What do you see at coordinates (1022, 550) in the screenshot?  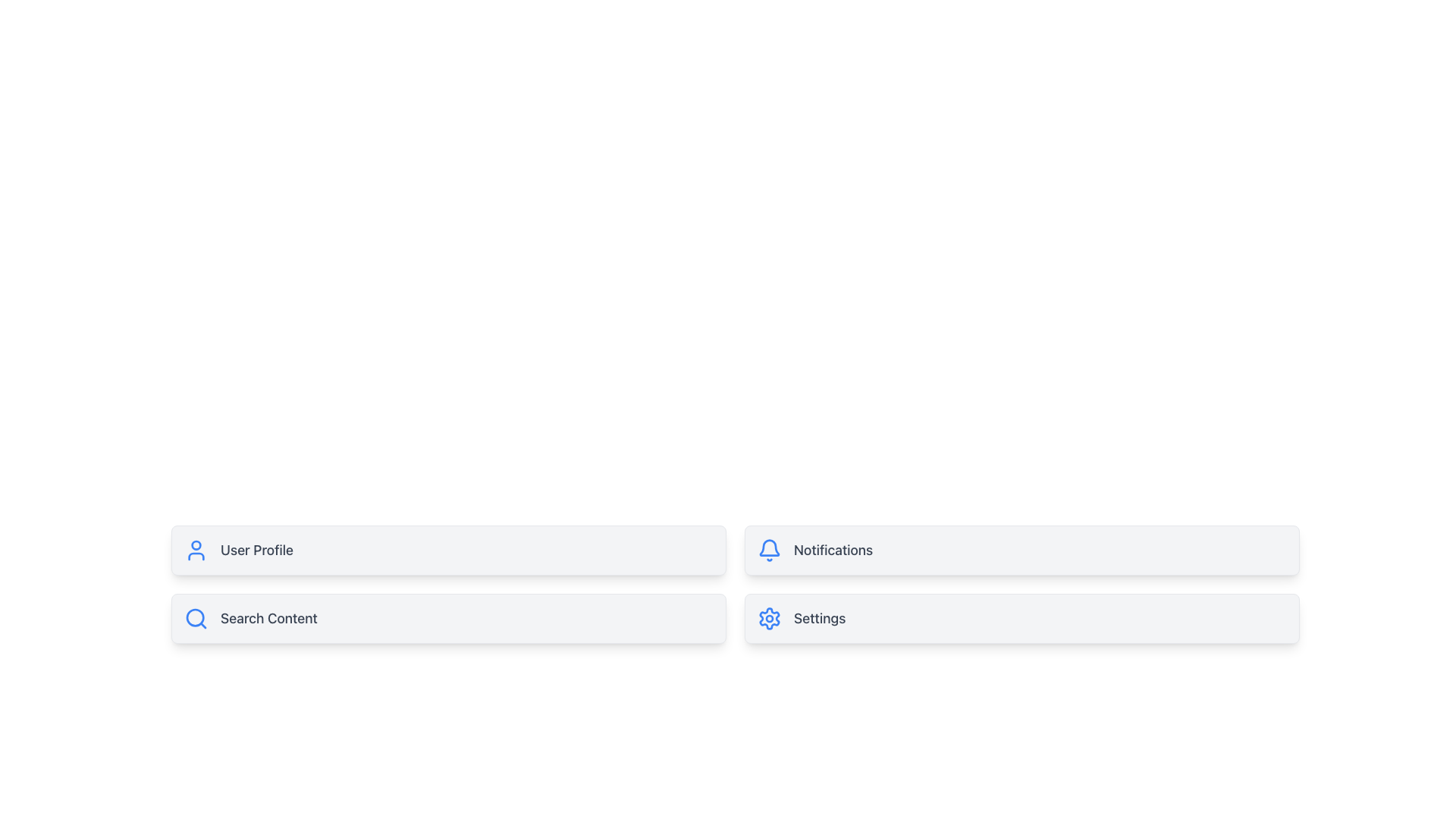 I see `the notifications card, which is the second card in a 2-column grid layout` at bounding box center [1022, 550].